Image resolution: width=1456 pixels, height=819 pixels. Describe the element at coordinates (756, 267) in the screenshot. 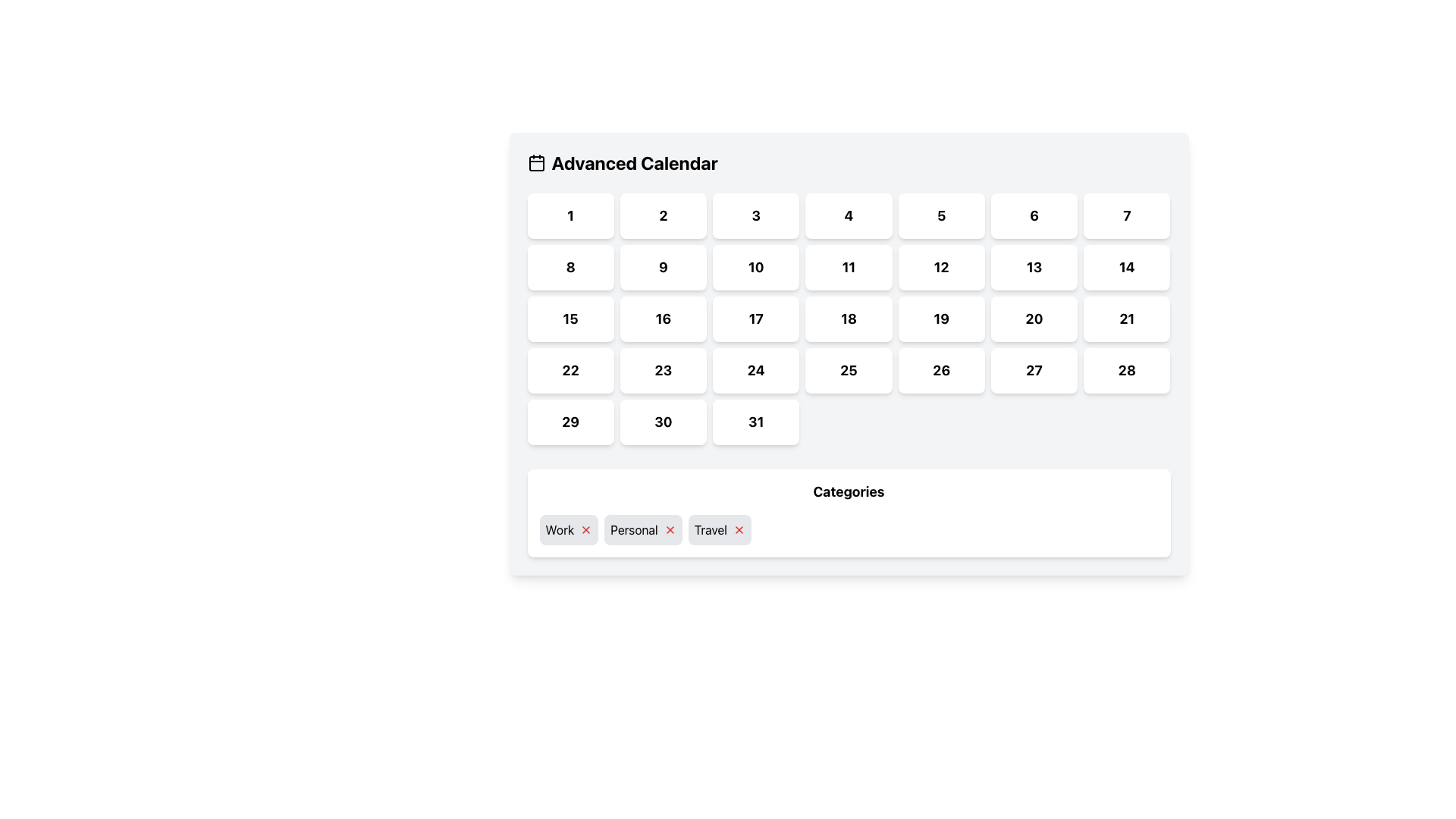

I see `the calendar cell button displaying the number '10'` at that location.